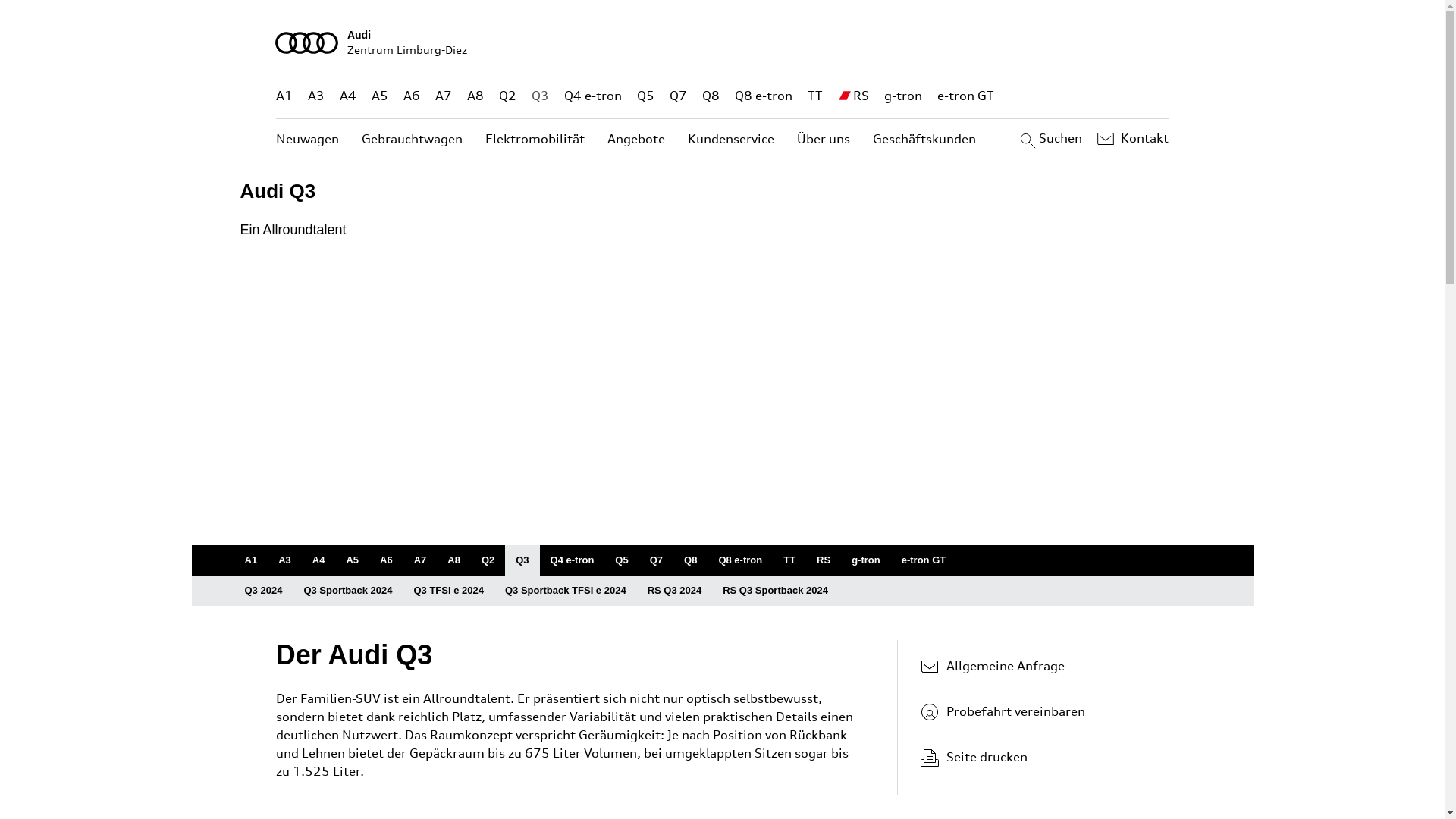 This screenshot has width=1456, height=819. What do you see at coordinates (1131, 138) in the screenshot?
I see `'Kontakt'` at bounding box center [1131, 138].